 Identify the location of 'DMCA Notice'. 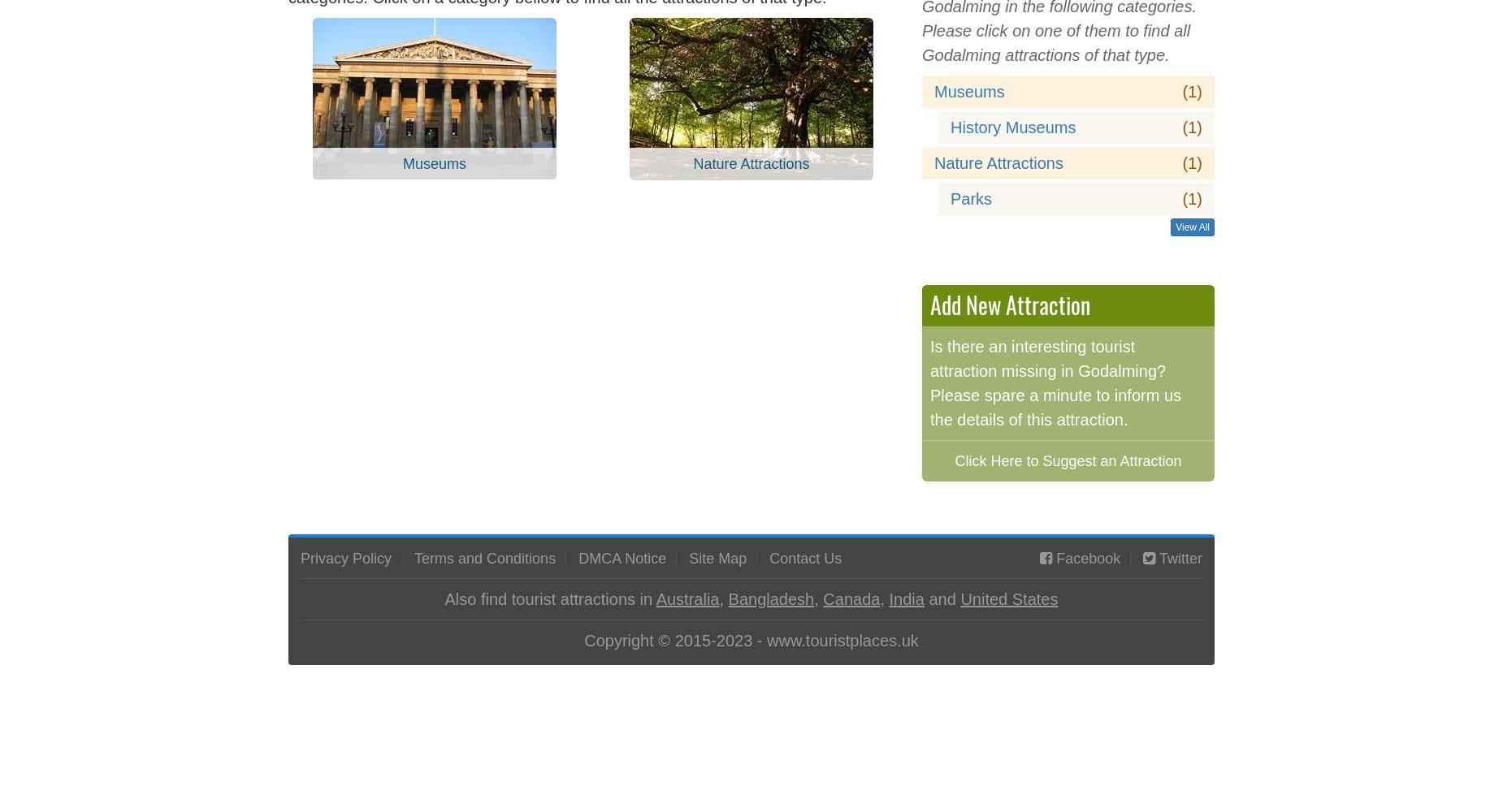
(622, 558).